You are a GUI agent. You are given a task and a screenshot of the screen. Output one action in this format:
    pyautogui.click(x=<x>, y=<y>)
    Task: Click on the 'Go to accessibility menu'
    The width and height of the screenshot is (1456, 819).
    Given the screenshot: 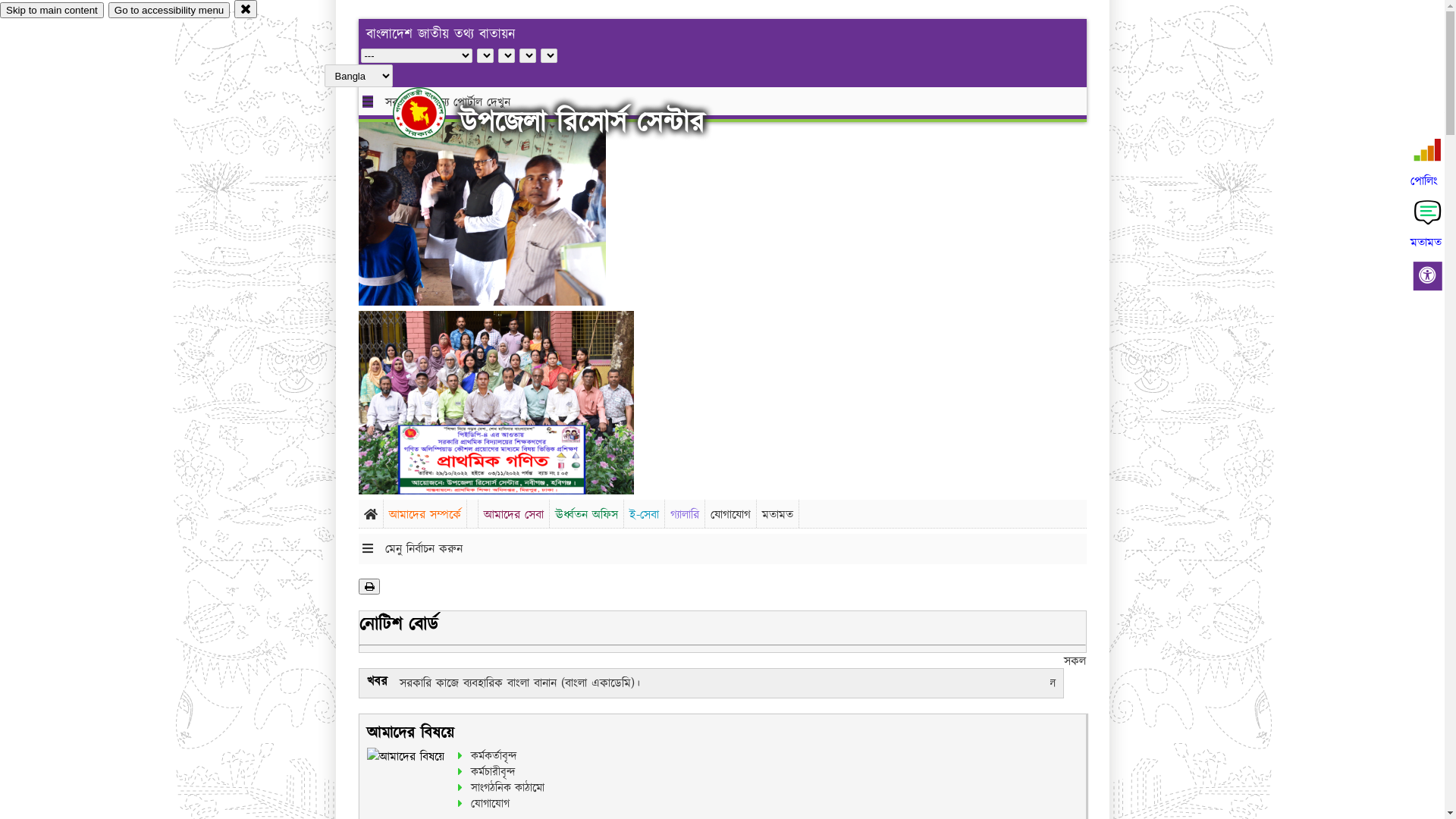 What is the action you would take?
    pyautogui.click(x=168, y=10)
    